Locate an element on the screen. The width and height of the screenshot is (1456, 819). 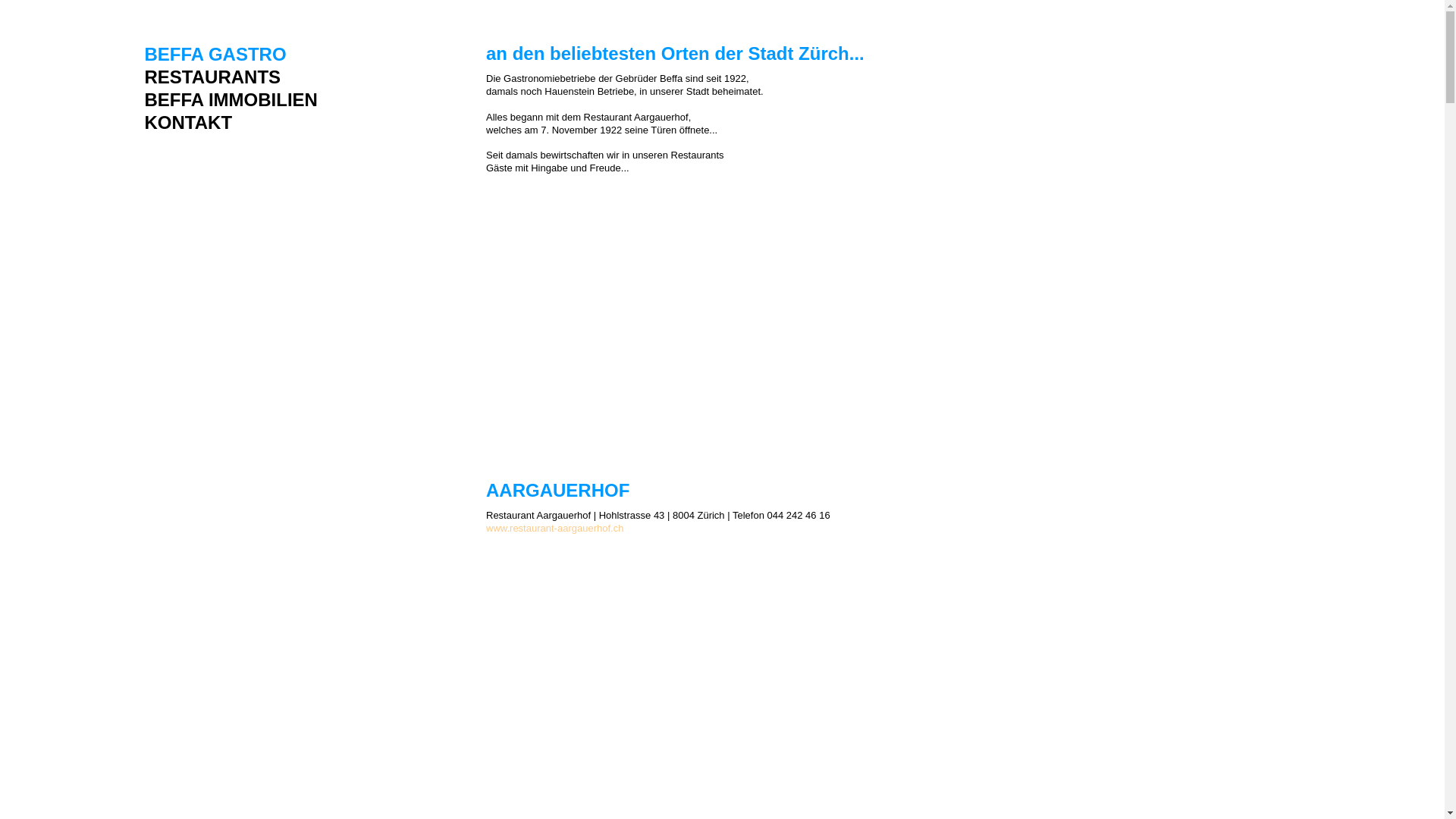
'BEFFA IMMOBILIEN' is located at coordinates (229, 100).